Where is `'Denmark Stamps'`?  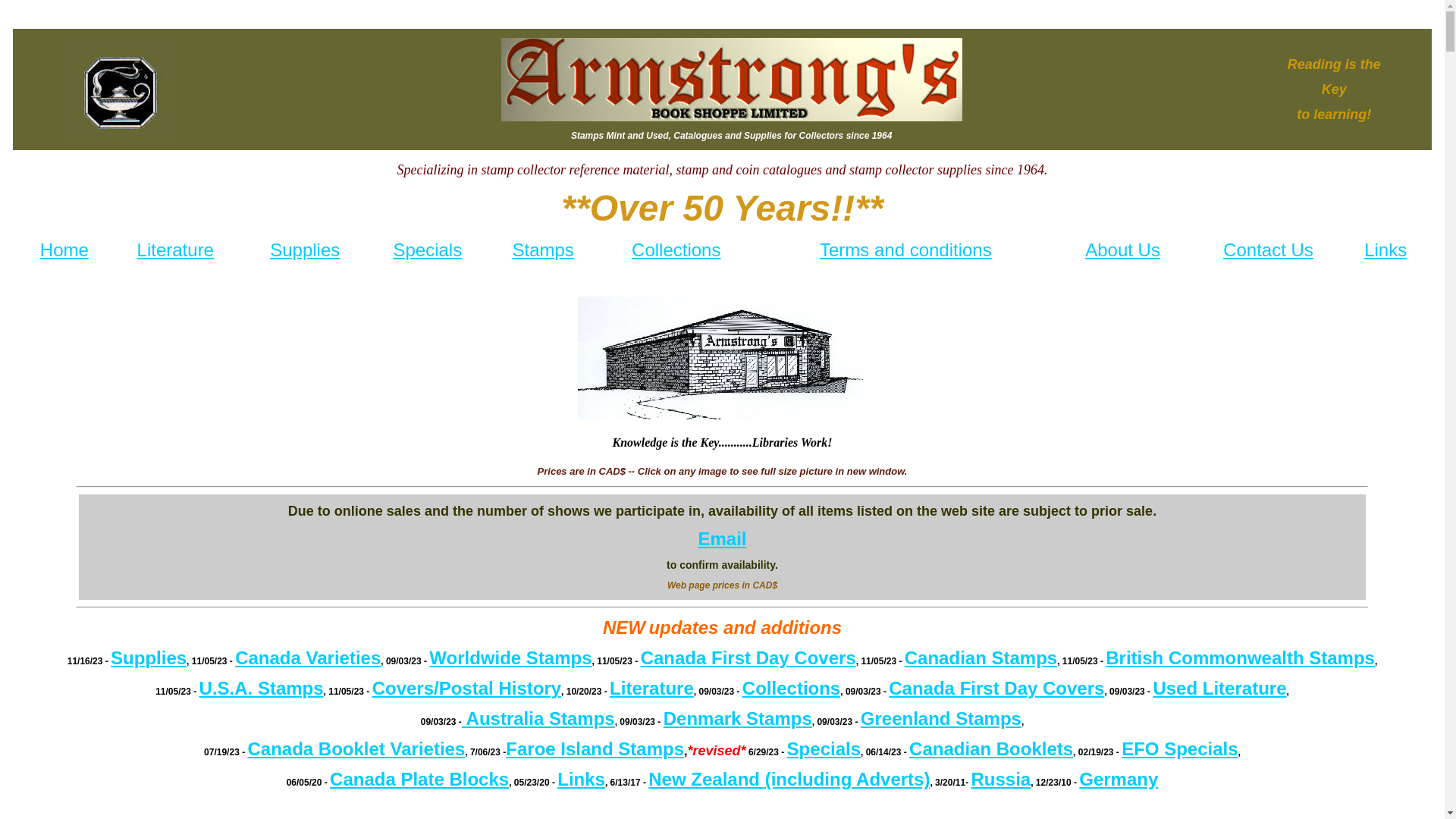
'Denmark Stamps' is located at coordinates (738, 717).